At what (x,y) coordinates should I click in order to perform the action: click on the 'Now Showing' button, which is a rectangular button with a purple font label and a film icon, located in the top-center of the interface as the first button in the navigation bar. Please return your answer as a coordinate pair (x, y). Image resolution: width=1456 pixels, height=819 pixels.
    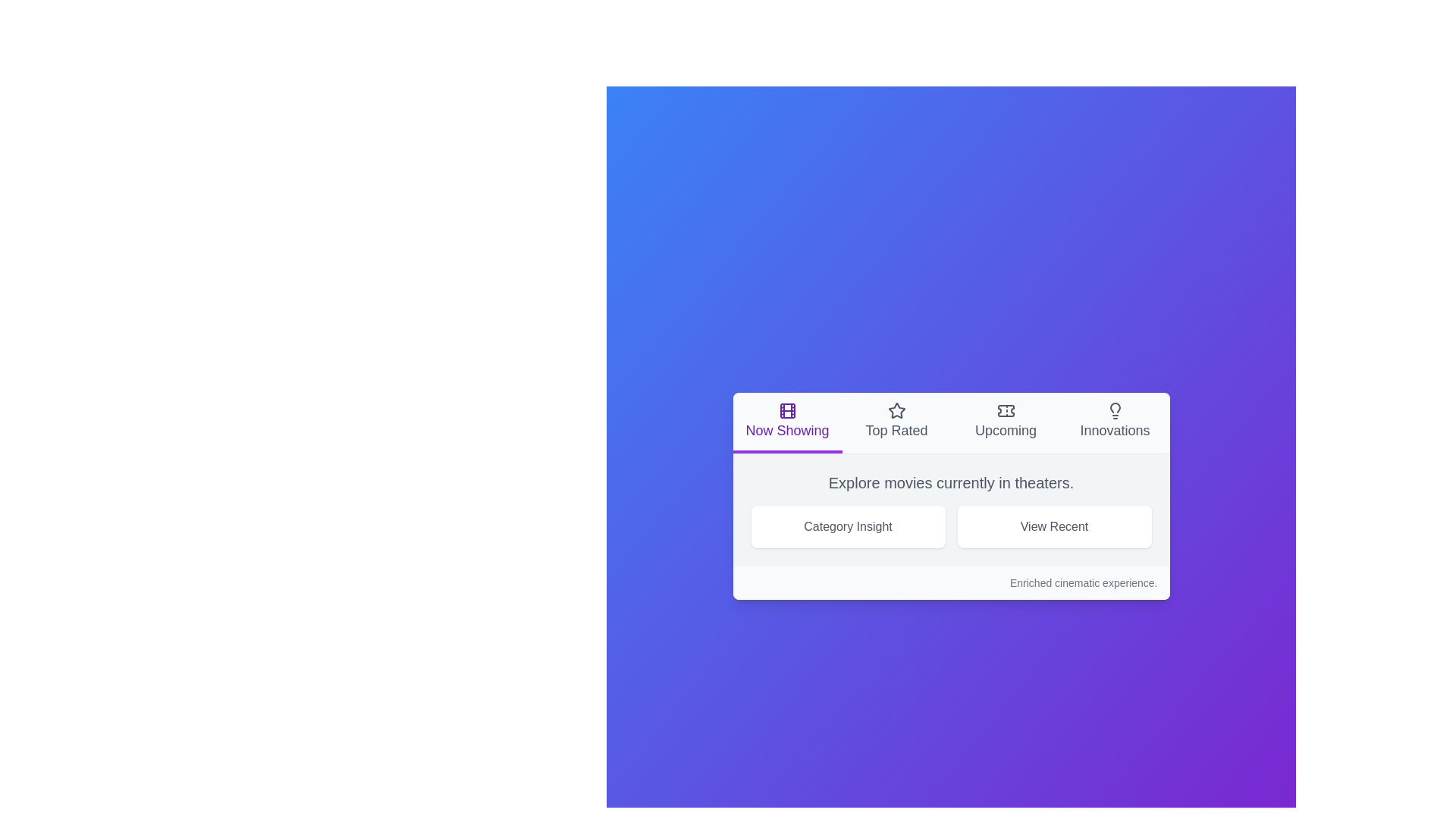
    Looking at the image, I should click on (787, 422).